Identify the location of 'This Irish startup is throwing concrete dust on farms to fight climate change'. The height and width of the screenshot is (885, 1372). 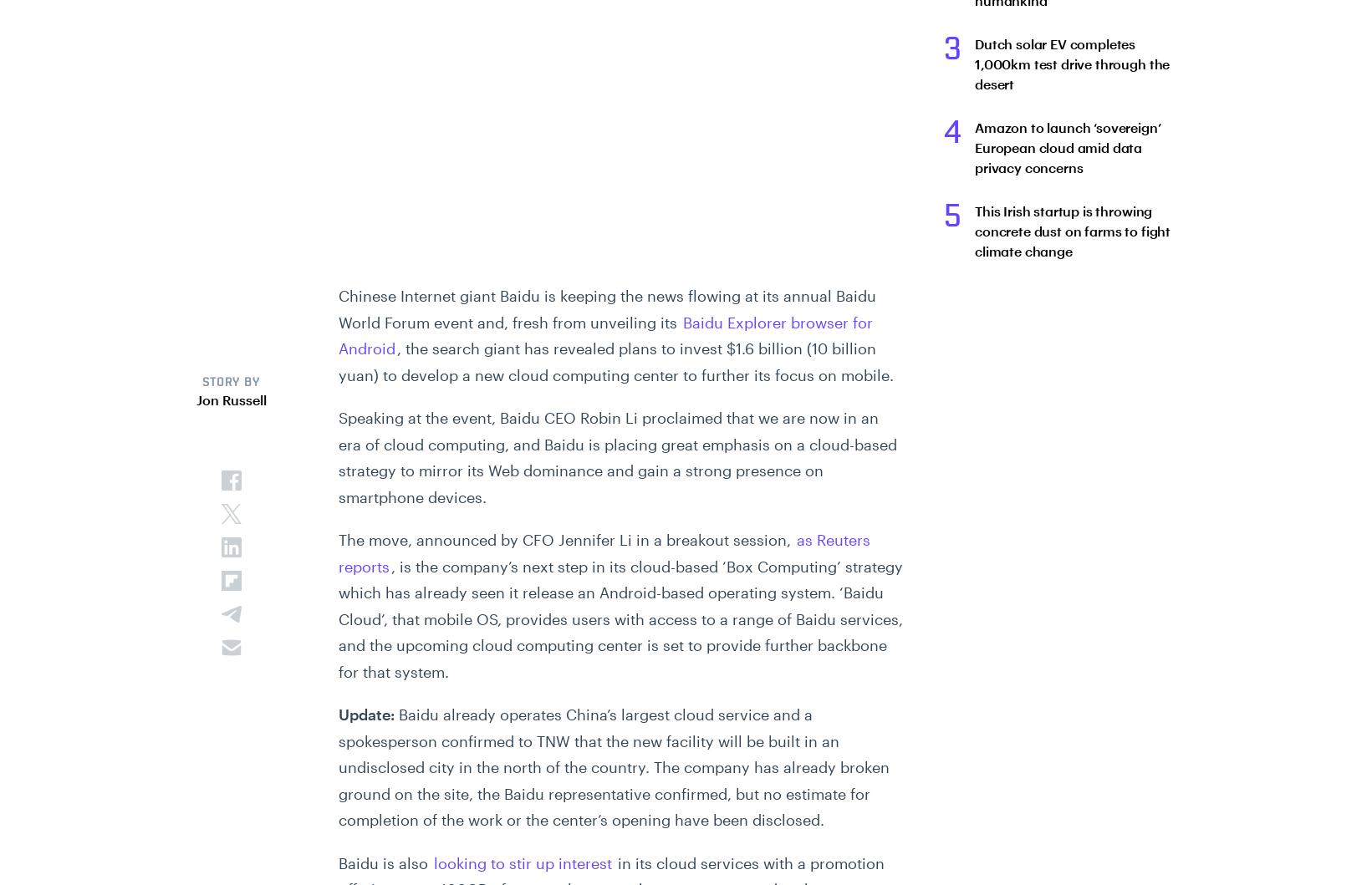
(1070, 231).